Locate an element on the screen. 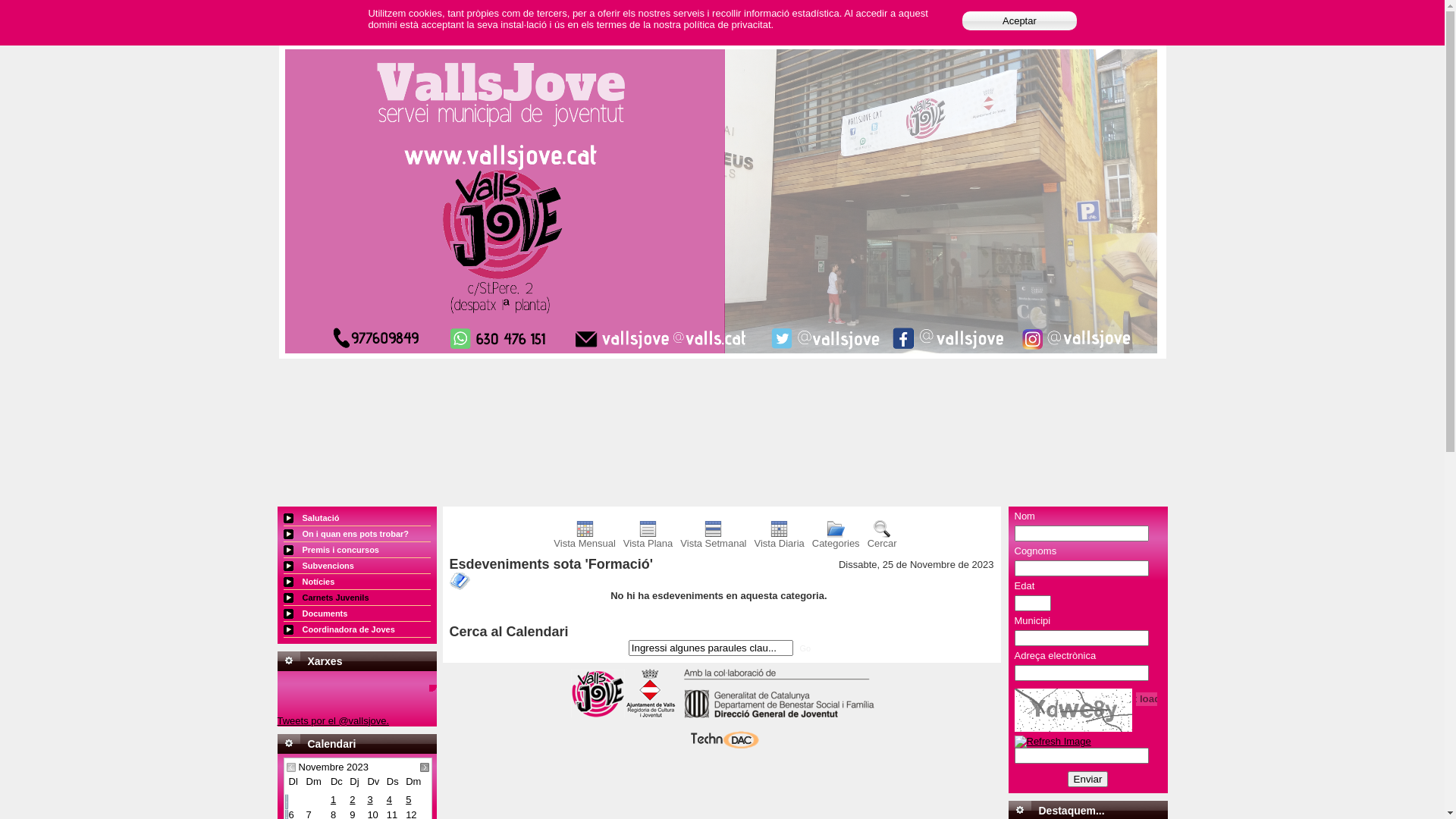 Image resolution: width=1456 pixels, height=819 pixels. 'Refresh Image' is located at coordinates (1052, 740).